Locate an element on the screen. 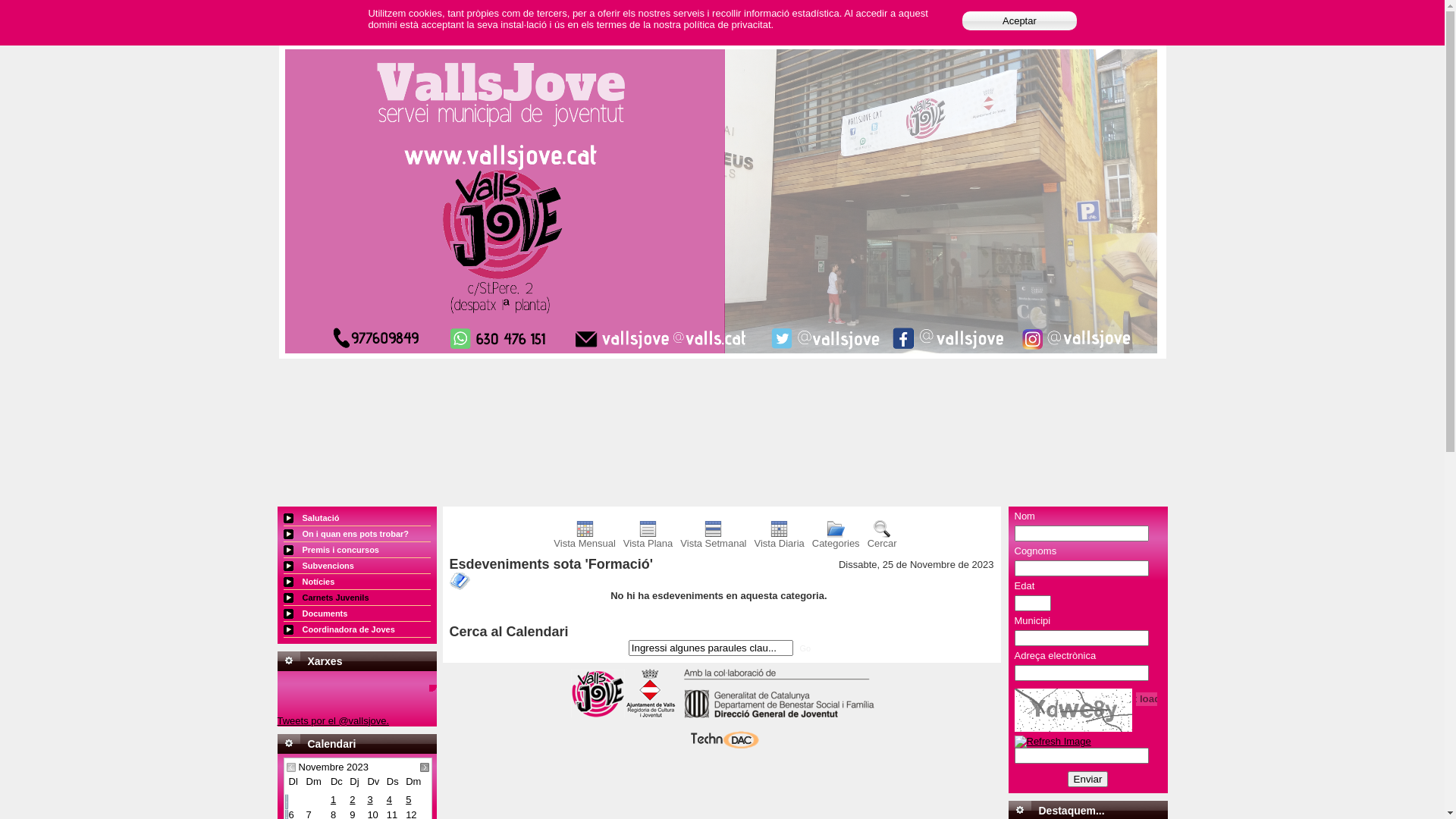 Image resolution: width=1456 pixels, height=819 pixels. 'Refresh Image' is located at coordinates (1052, 740).